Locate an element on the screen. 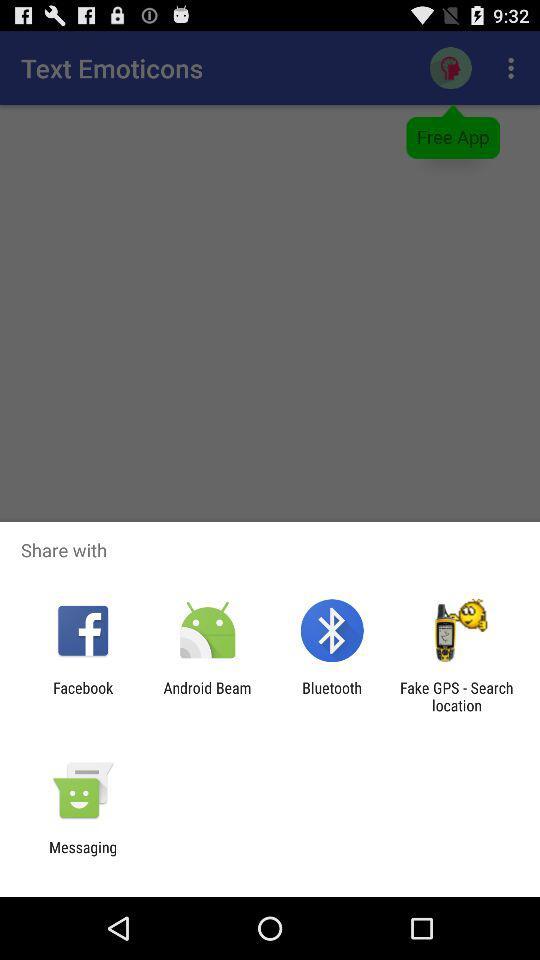  the app to the right of the bluetooth item is located at coordinates (456, 696).